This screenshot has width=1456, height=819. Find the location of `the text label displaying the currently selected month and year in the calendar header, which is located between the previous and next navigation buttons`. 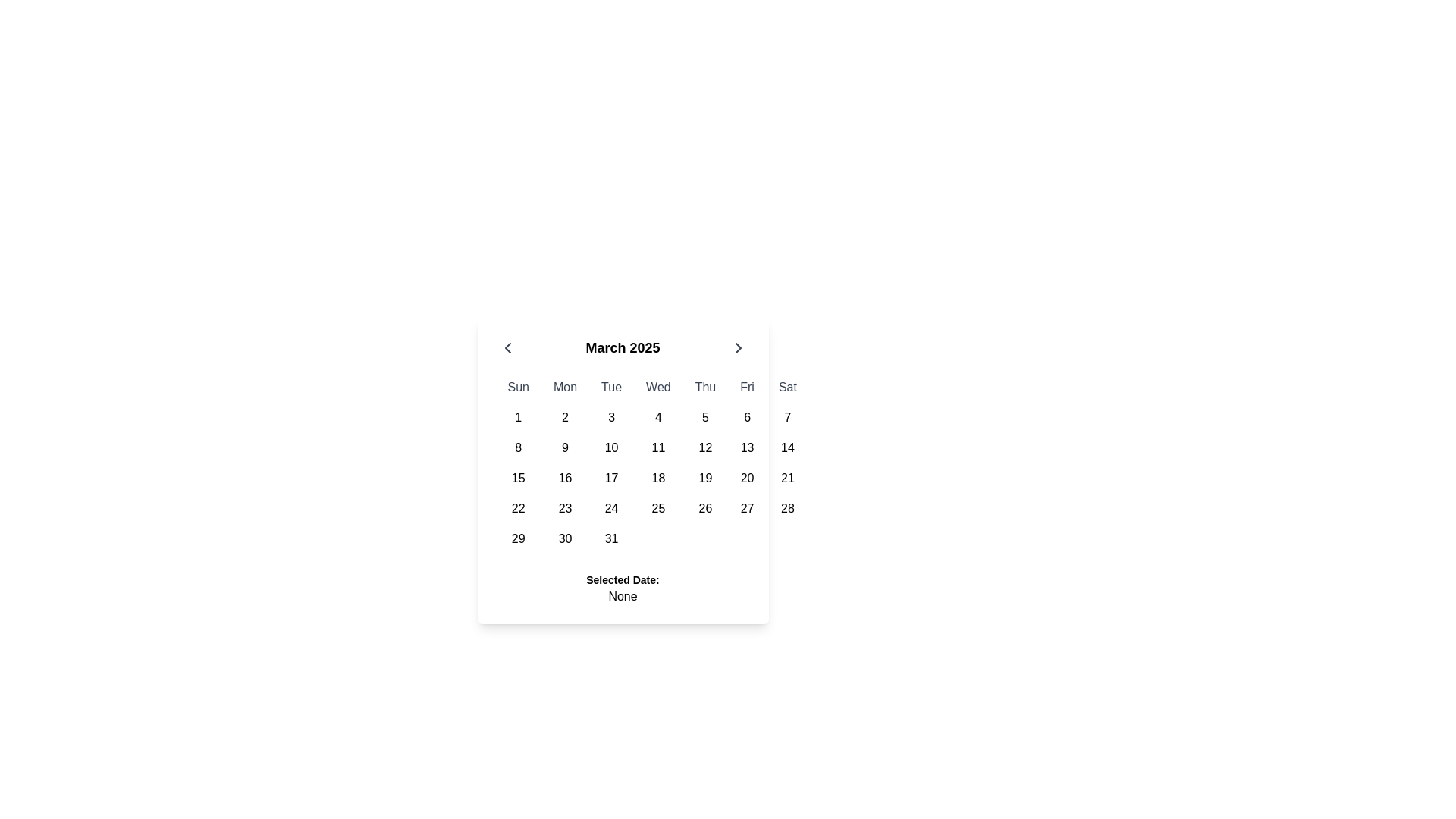

the text label displaying the currently selected month and year in the calendar header, which is located between the previous and next navigation buttons is located at coordinates (623, 348).